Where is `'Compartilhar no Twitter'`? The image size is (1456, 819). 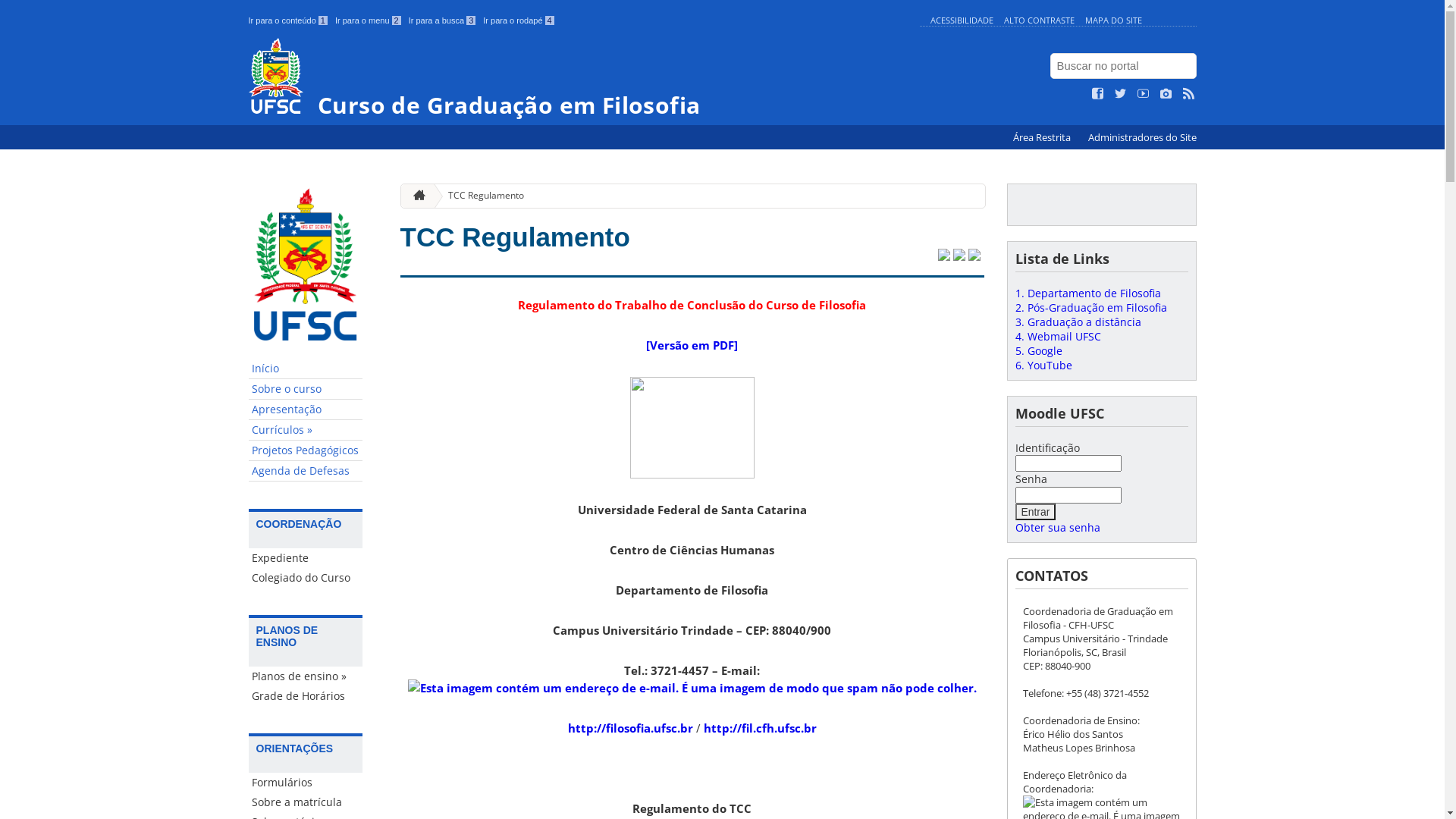
'Compartilhar no Twitter' is located at coordinates (942, 256).